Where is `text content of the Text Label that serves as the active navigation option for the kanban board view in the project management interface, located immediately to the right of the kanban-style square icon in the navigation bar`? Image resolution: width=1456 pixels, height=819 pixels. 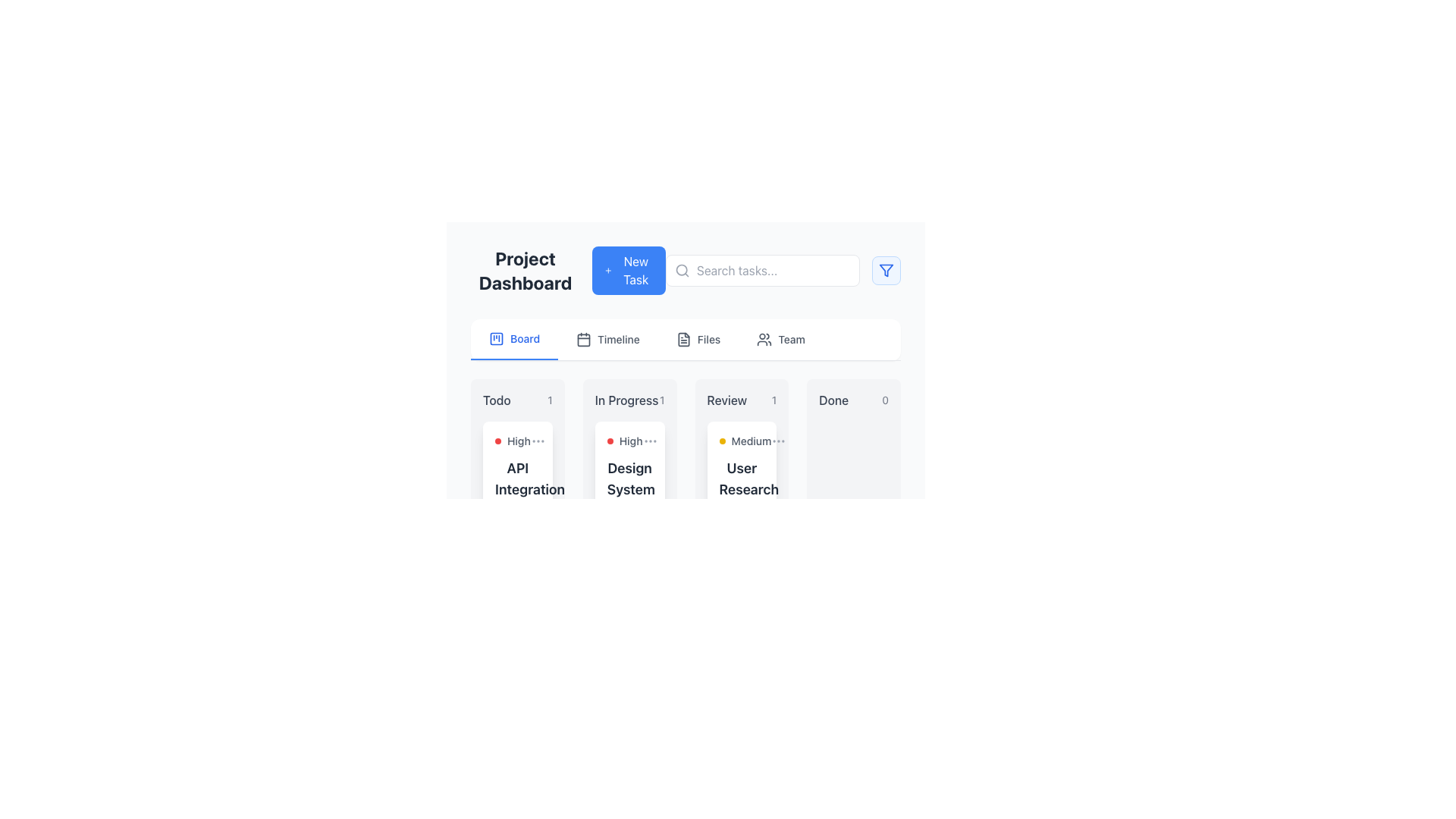 text content of the Text Label that serves as the active navigation option for the kanban board view in the project management interface, located immediately to the right of the kanban-style square icon in the navigation bar is located at coordinates (525, 338).